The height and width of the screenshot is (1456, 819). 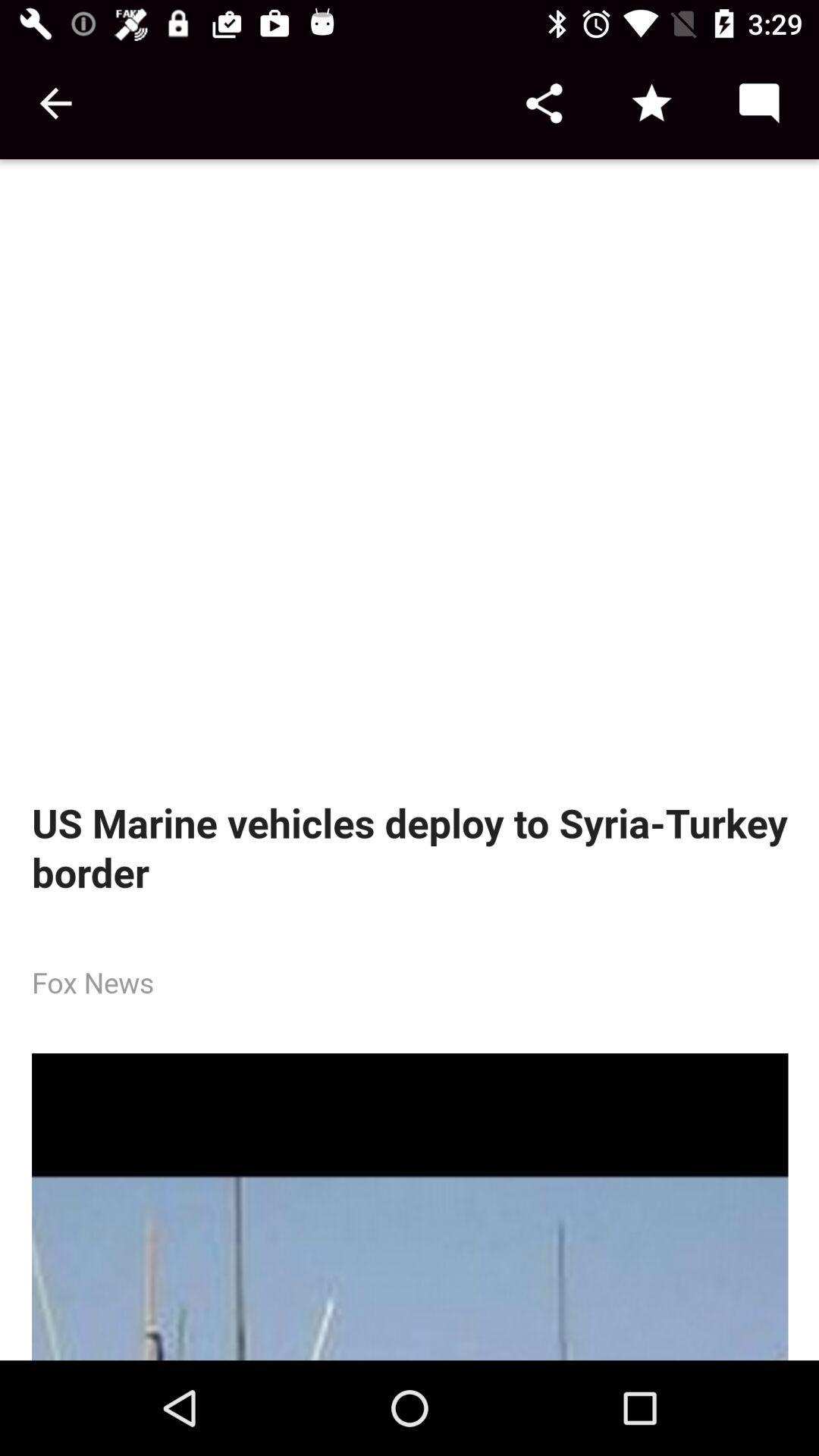 I want to click on message, so click(x=758, y=102).